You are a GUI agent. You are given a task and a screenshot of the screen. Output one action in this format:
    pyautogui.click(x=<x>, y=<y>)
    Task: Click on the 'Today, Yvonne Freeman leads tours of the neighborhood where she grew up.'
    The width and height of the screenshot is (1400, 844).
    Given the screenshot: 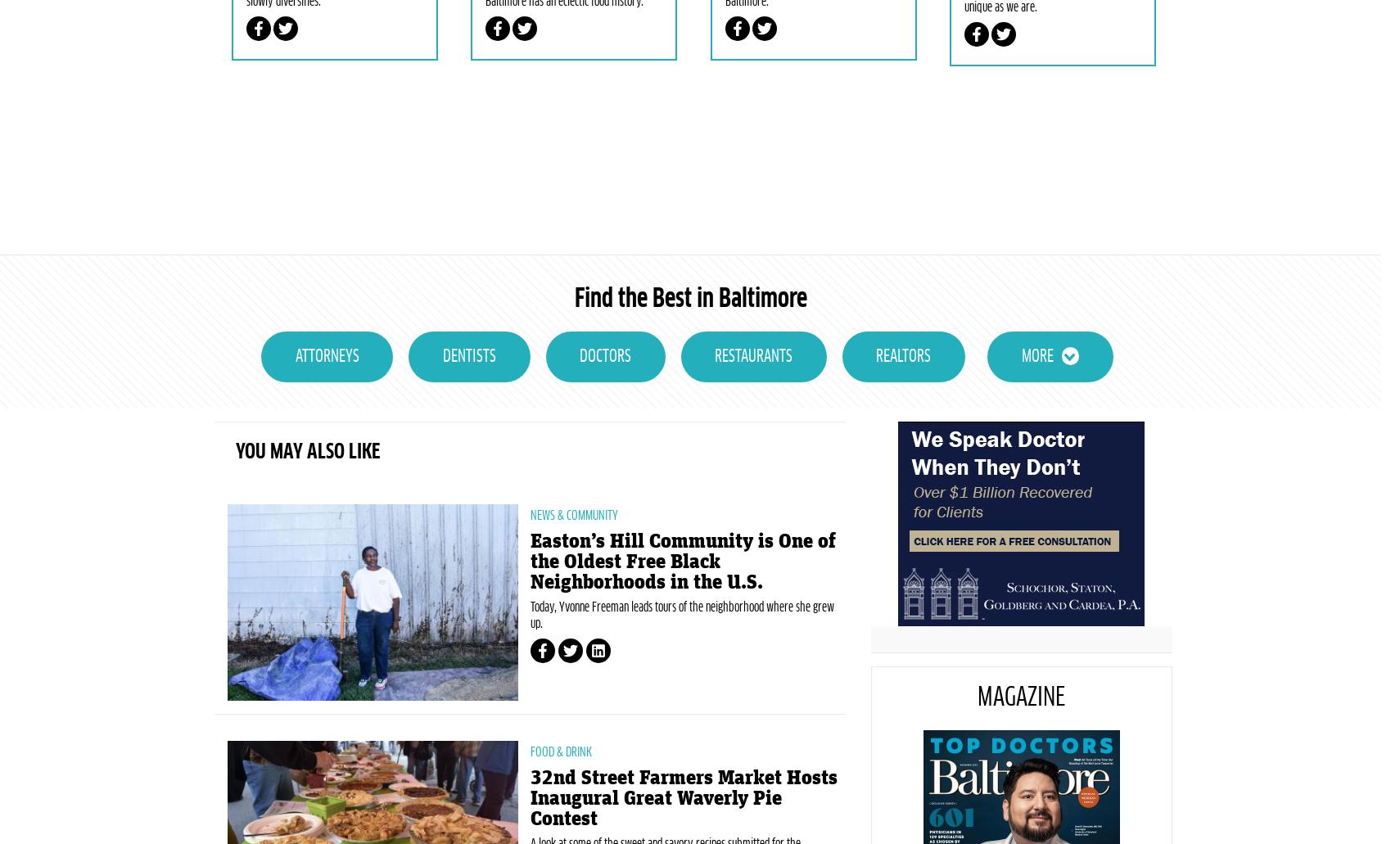 What is the action you would take?
    pyautogui.click(x=681, y=701)
    